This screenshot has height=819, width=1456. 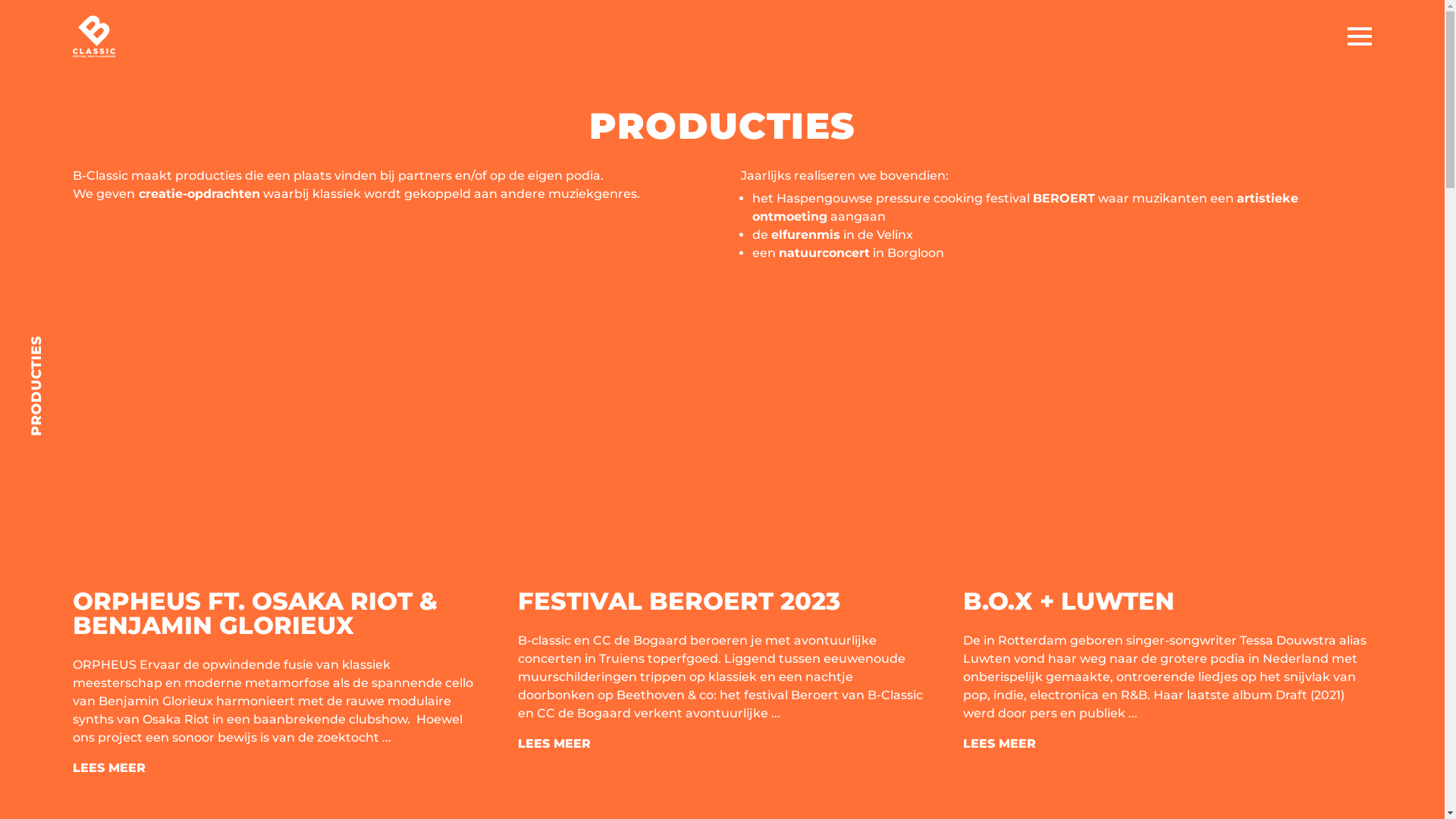 What do you see at coordinates (553, 742) in the screenshot?
I see `'LEES MEER'` at bounding box center [553, 742].